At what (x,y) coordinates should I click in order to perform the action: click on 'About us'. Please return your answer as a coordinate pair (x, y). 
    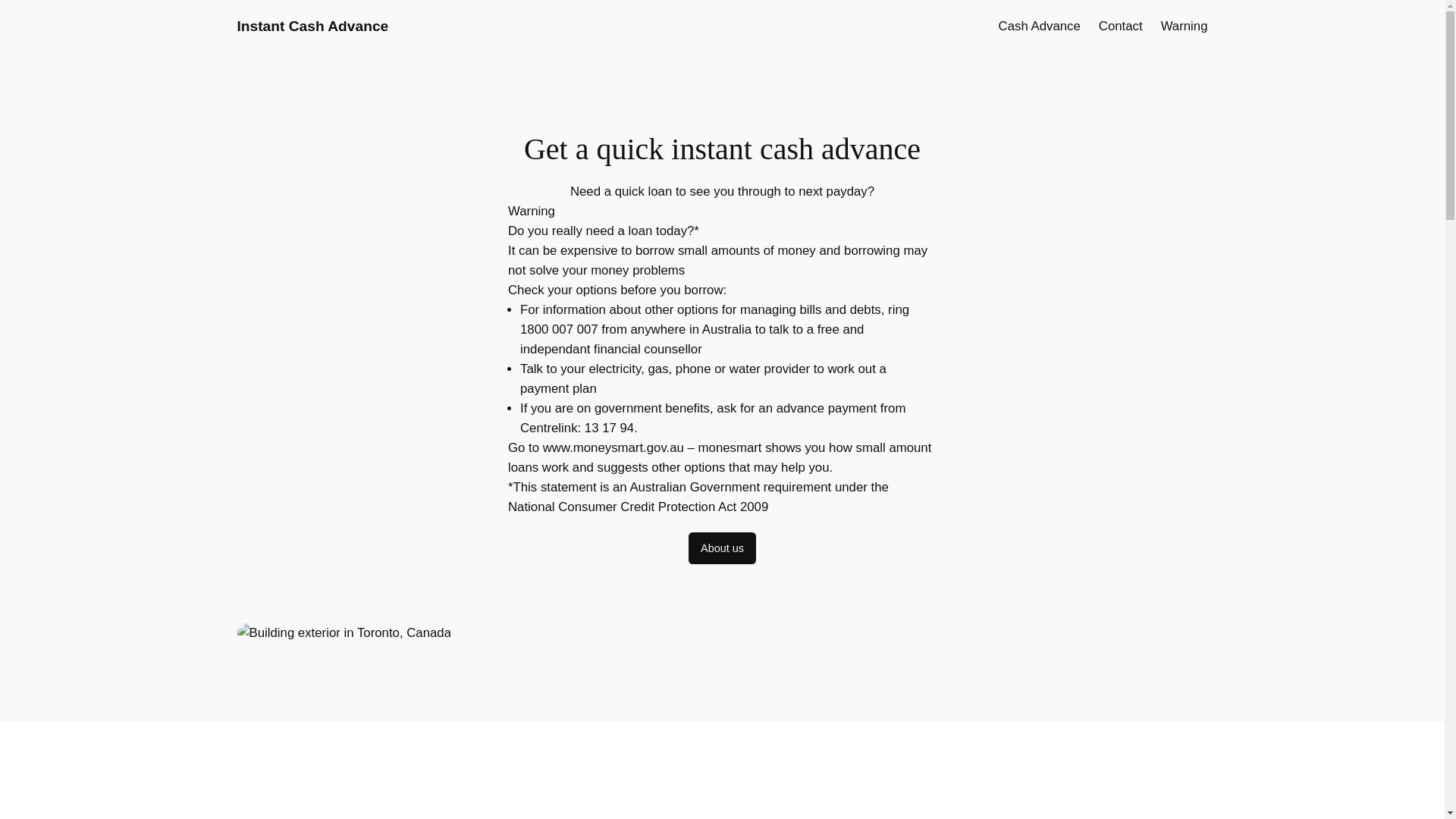
    Looking at the image, I should click on (721, 548).